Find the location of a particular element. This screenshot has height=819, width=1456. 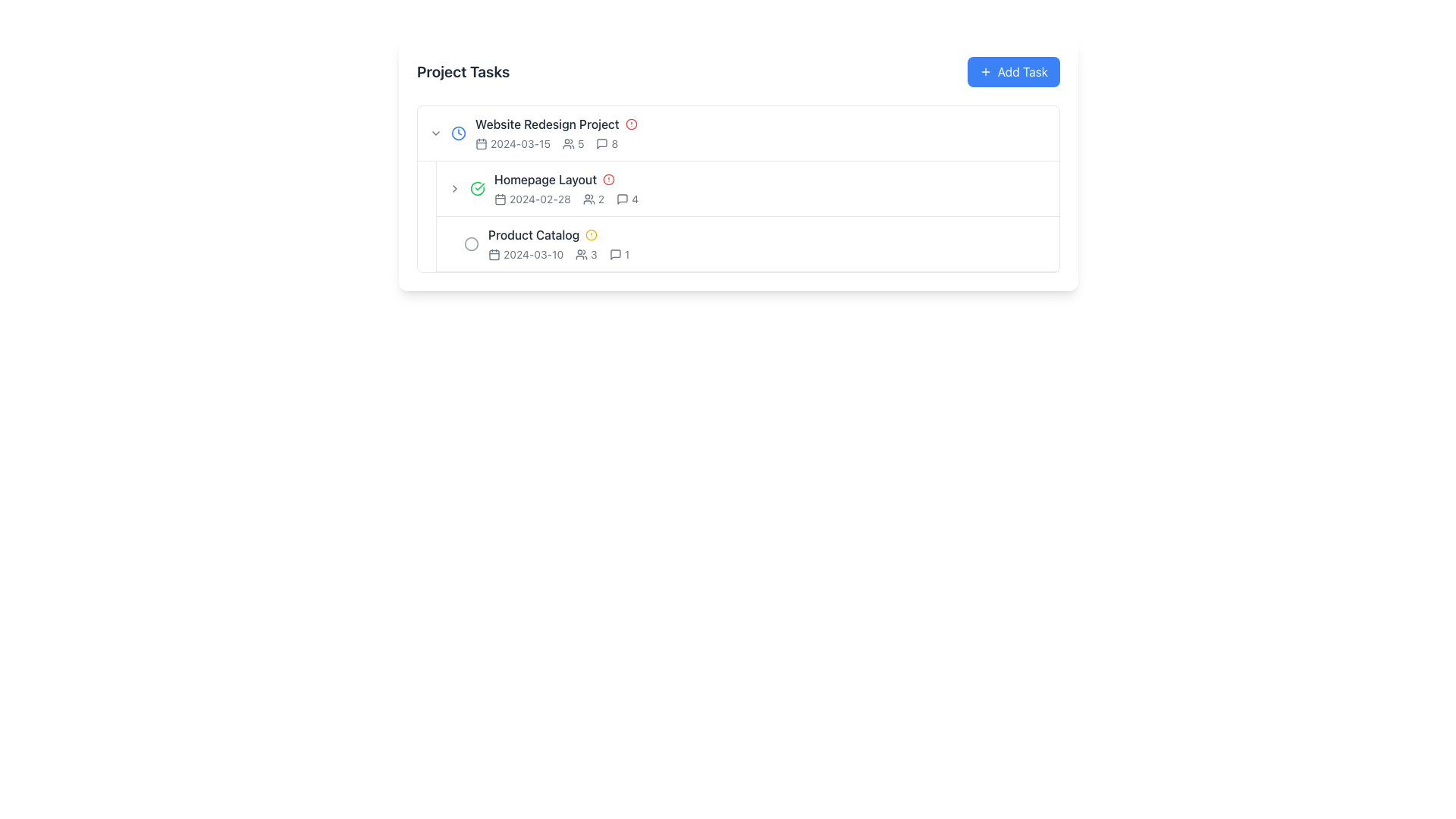

the circular graphical element within the clock icon for the 'Website Redesign Project' entry, located in the first row is located at coordinates (457, 133).